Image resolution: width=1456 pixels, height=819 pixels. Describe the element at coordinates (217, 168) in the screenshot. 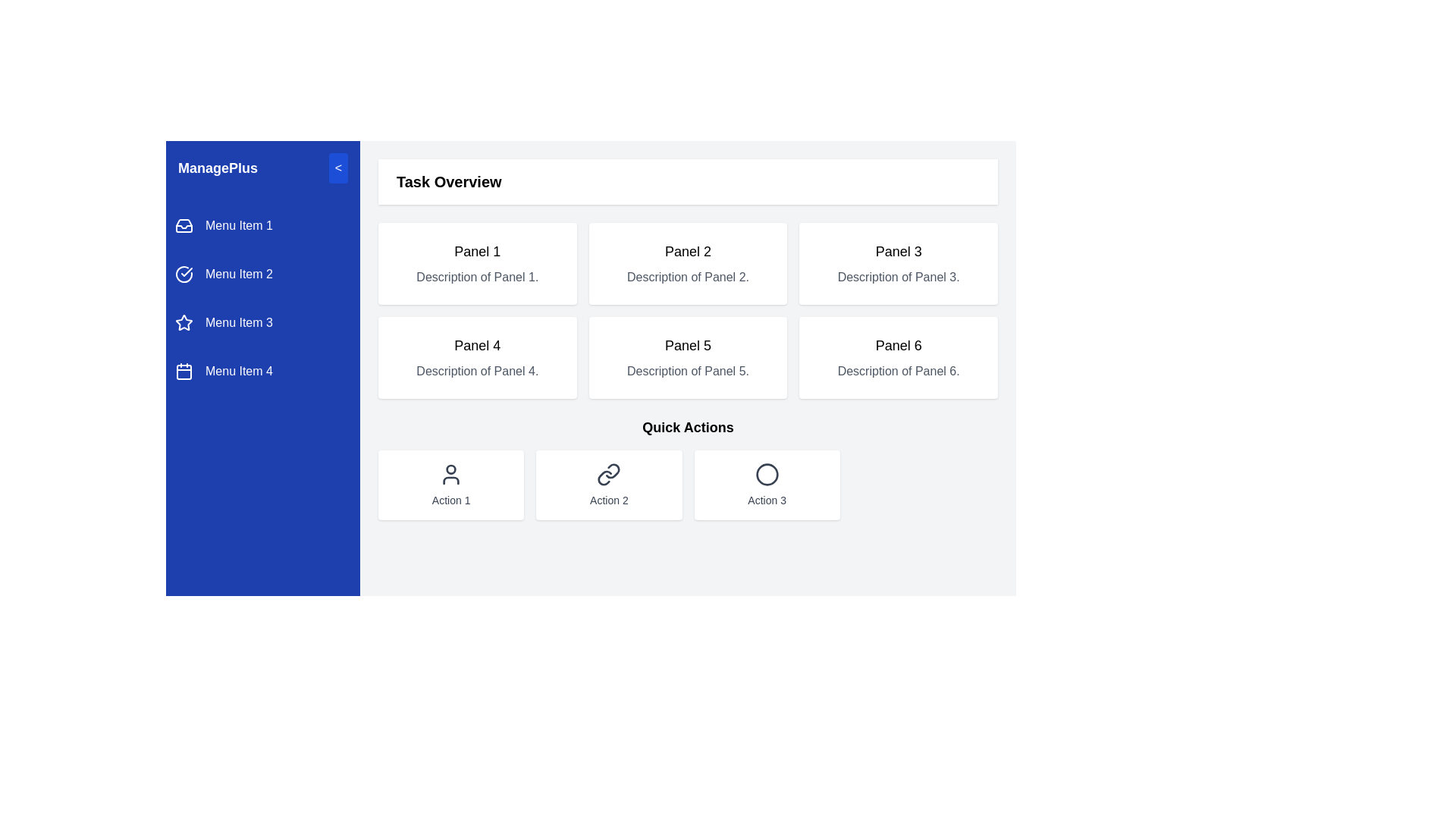

I see `the static text label located in the top-left section of the blue side navigation panel, which serves as a title or branding label and has no interactive functionalities` at that location.